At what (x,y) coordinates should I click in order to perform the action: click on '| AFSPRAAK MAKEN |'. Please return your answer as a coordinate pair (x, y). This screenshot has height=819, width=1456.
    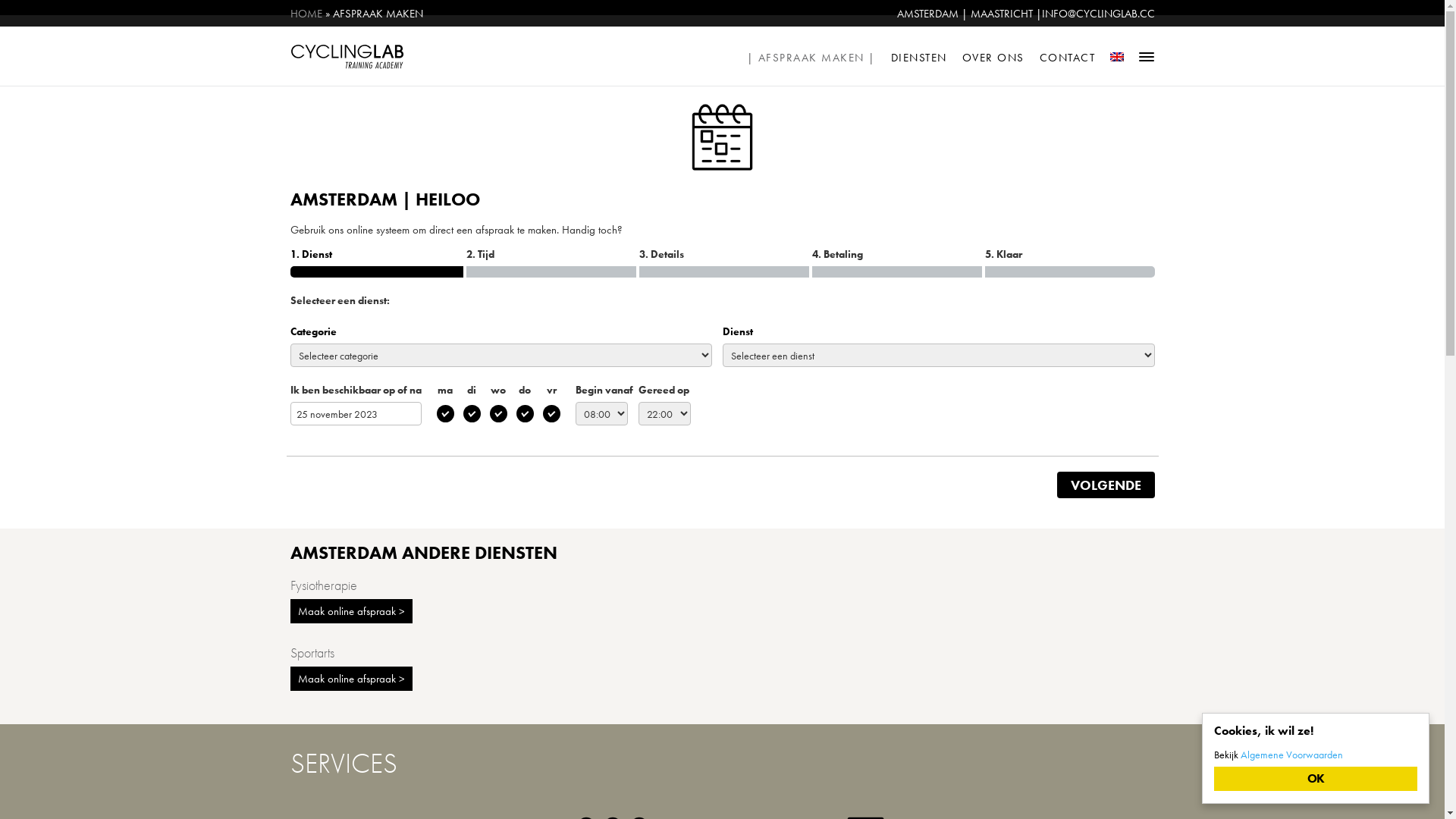
    Looking at the image, I should click on (811, 55).